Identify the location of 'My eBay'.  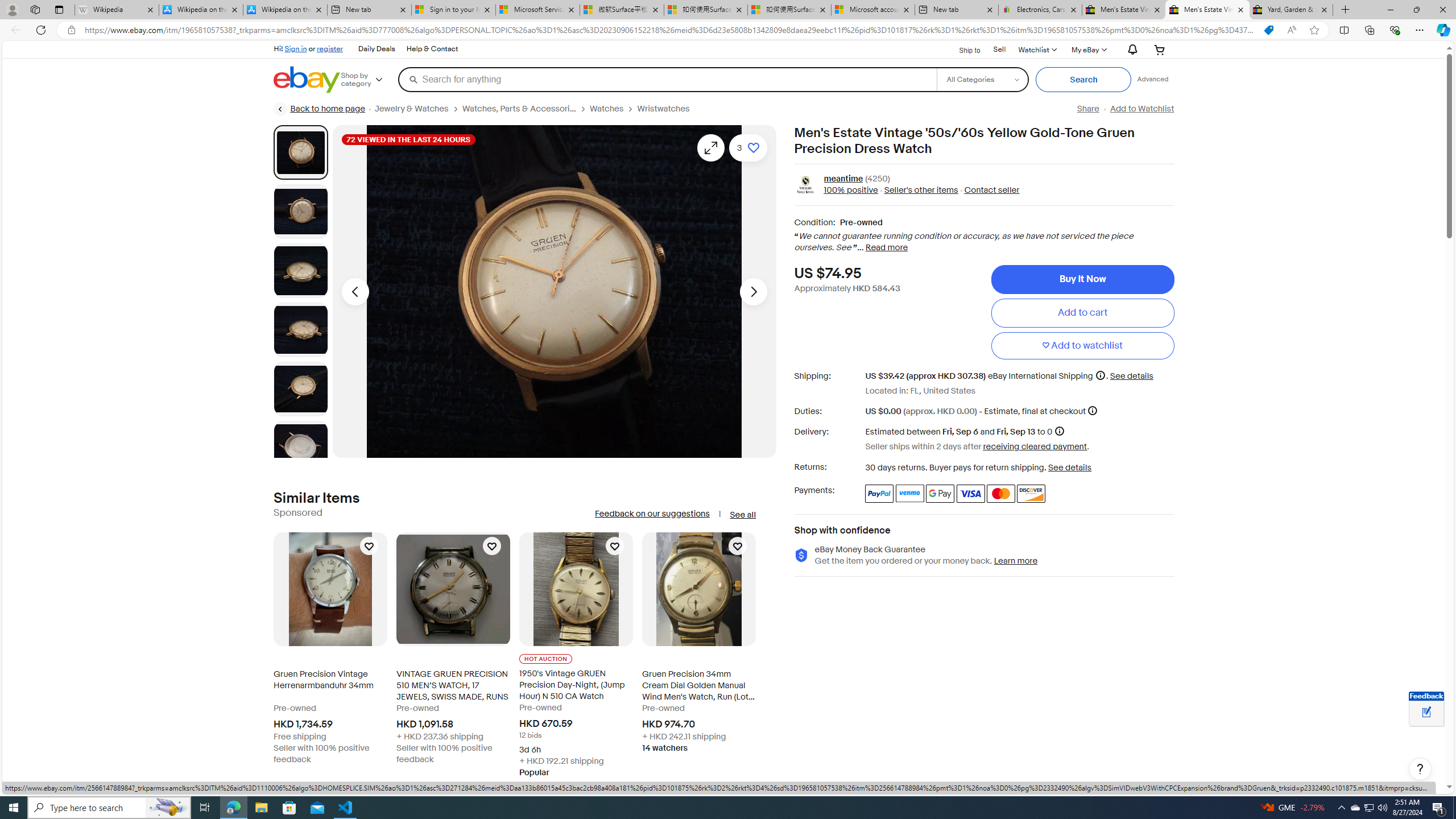
(1087, 49).